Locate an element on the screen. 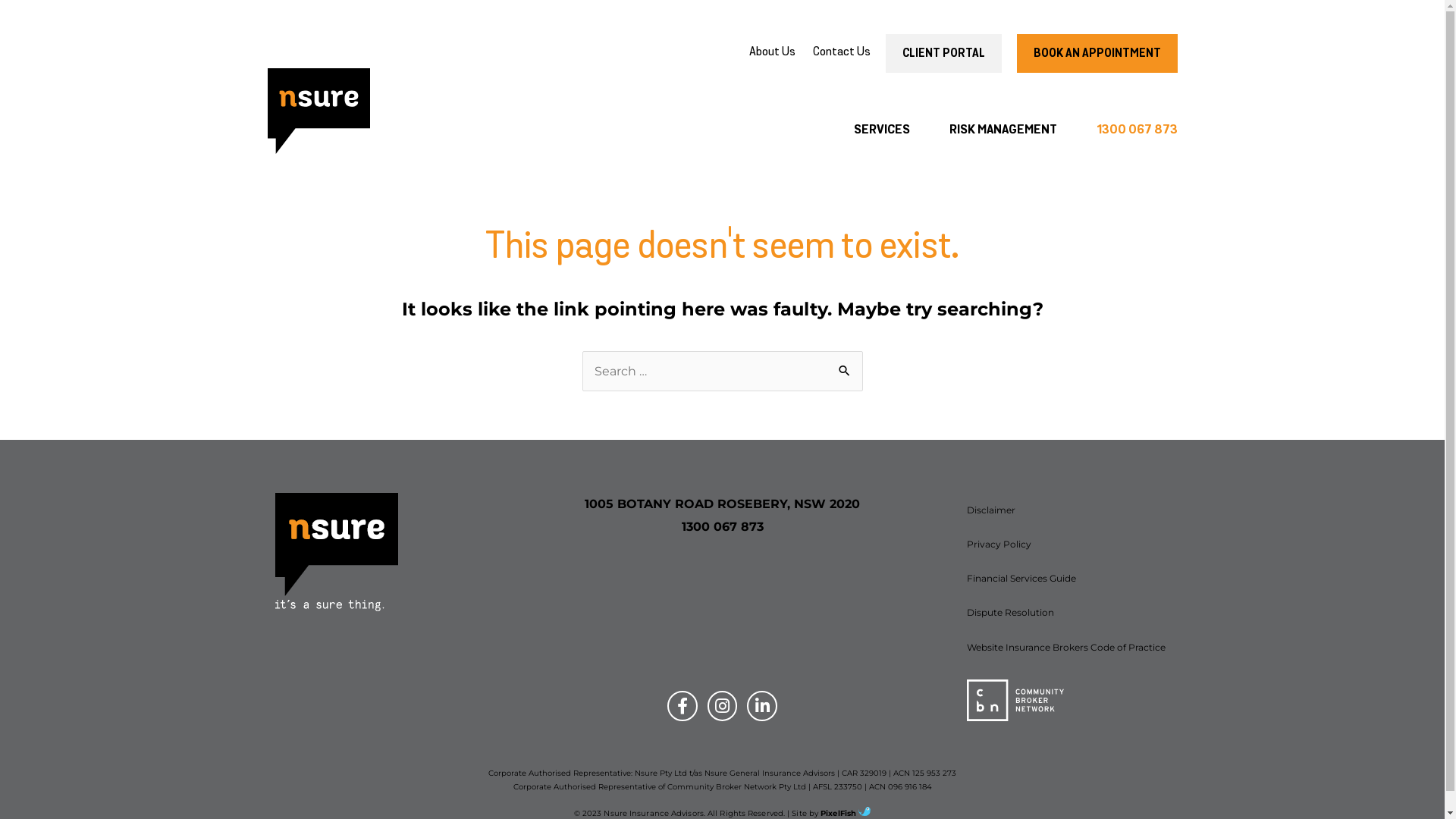 This screenshot has height=819, width=1456. 'Website Insurance Brokers Code of Practice' is located at coordinates (1066, 647).